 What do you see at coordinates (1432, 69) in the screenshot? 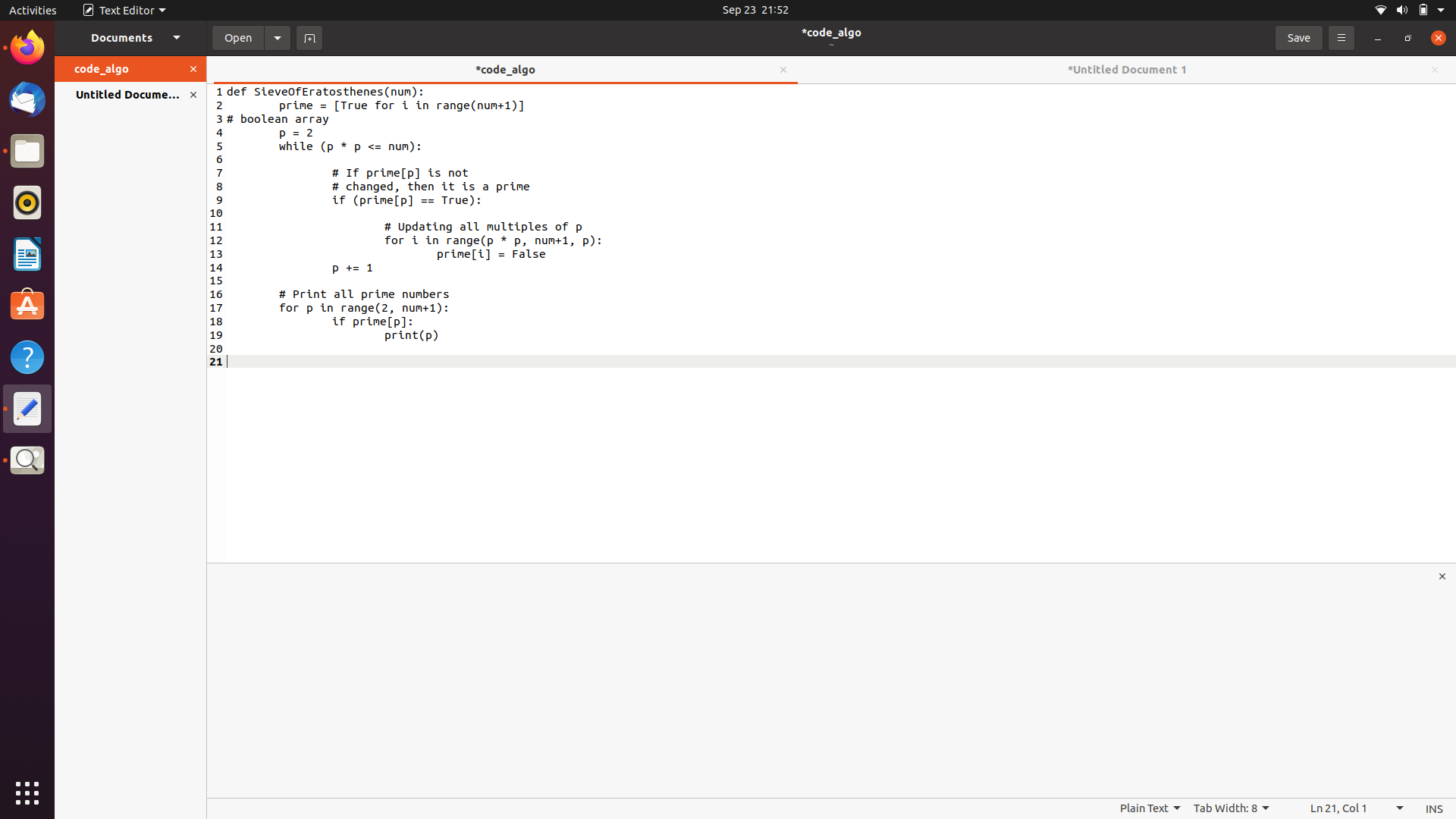
I see `Shut the tab of the unnamed document using the tab bar` at bounding box center [1432, 69].